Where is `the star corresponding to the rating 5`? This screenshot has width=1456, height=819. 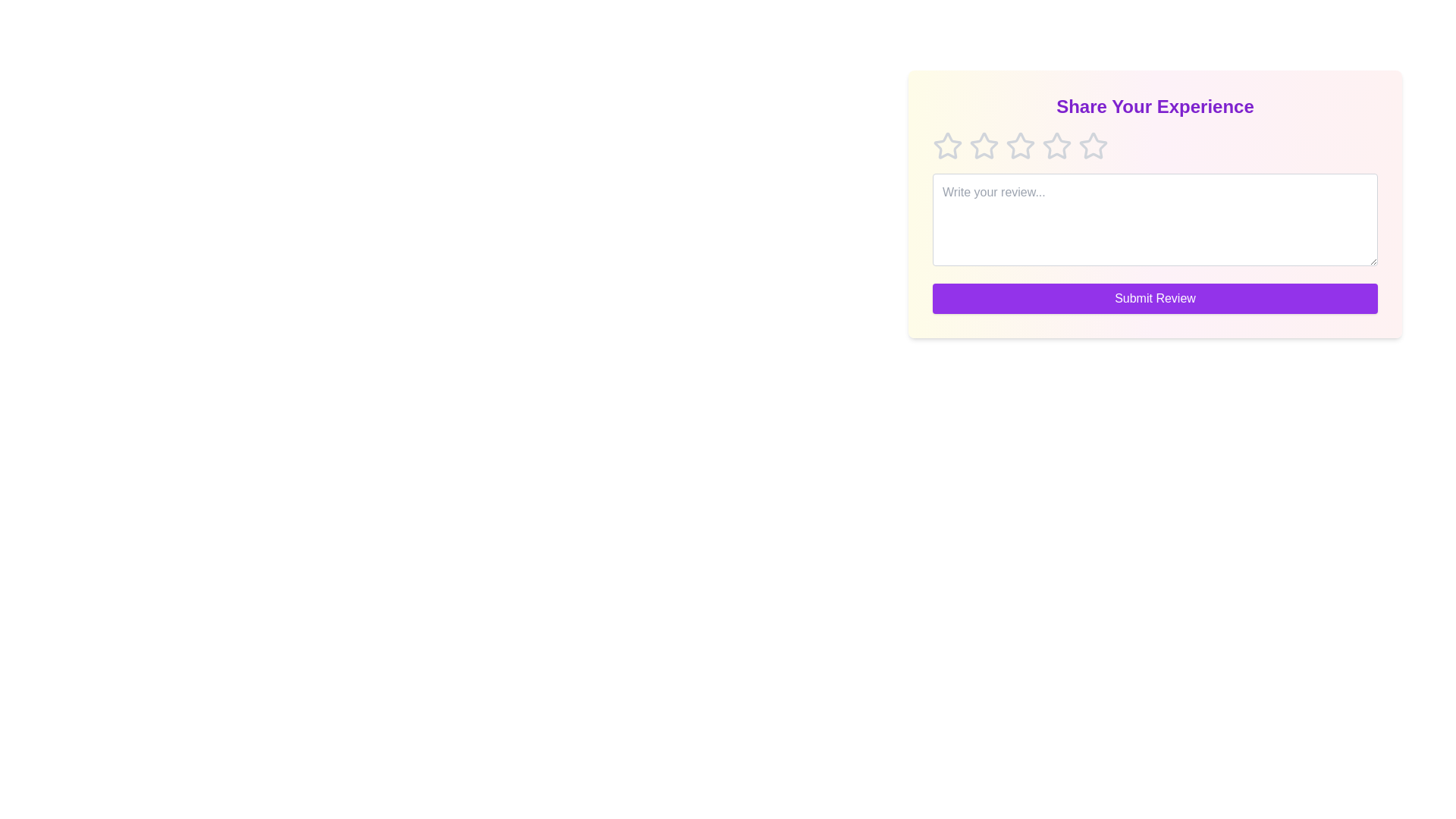 the star corresponding to the rating 5 is located at coordinates (1093, 146).